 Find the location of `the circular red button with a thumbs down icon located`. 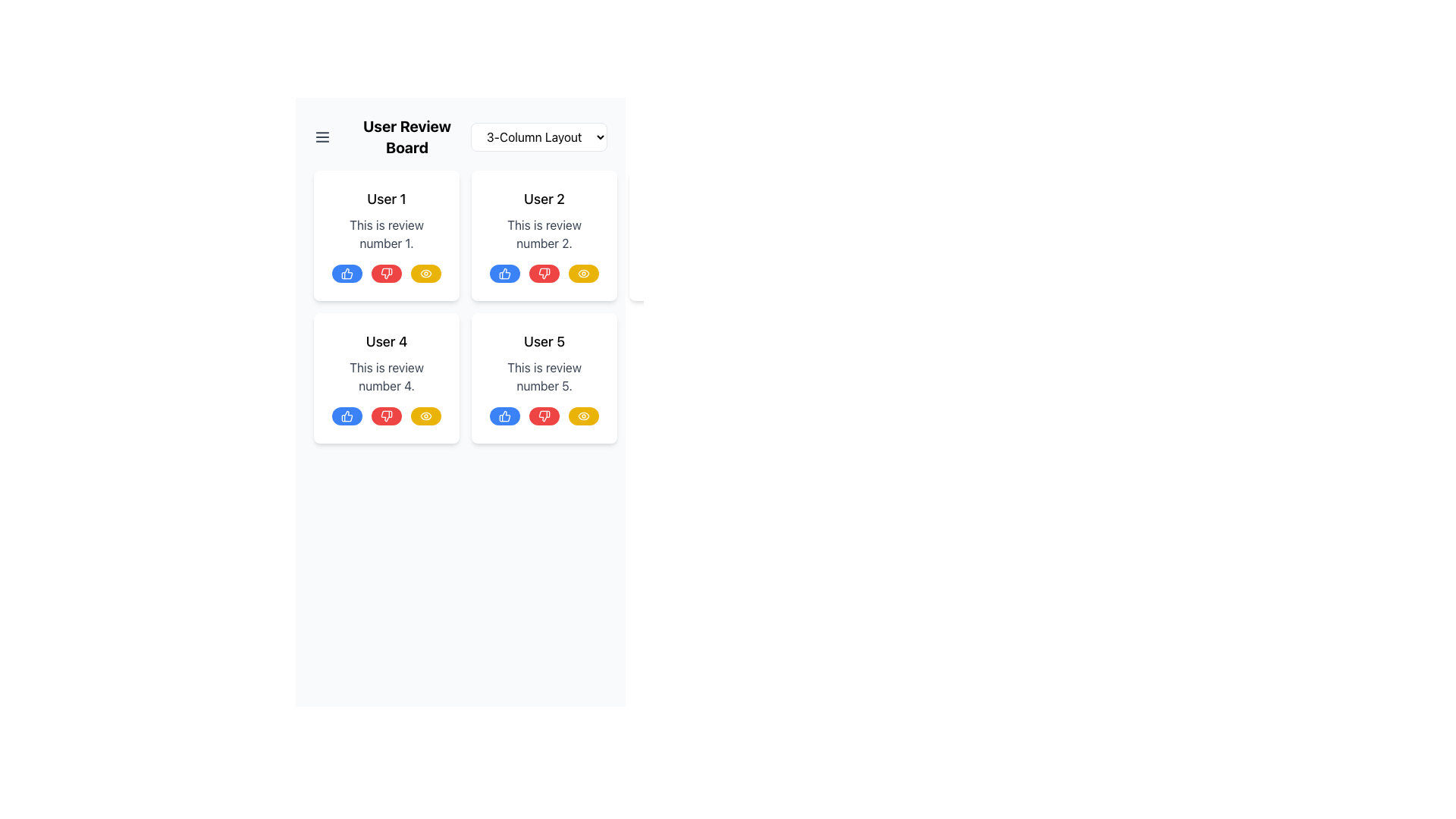

the circular red button with a thumbs down icon located is located at coordinates (544, 274).